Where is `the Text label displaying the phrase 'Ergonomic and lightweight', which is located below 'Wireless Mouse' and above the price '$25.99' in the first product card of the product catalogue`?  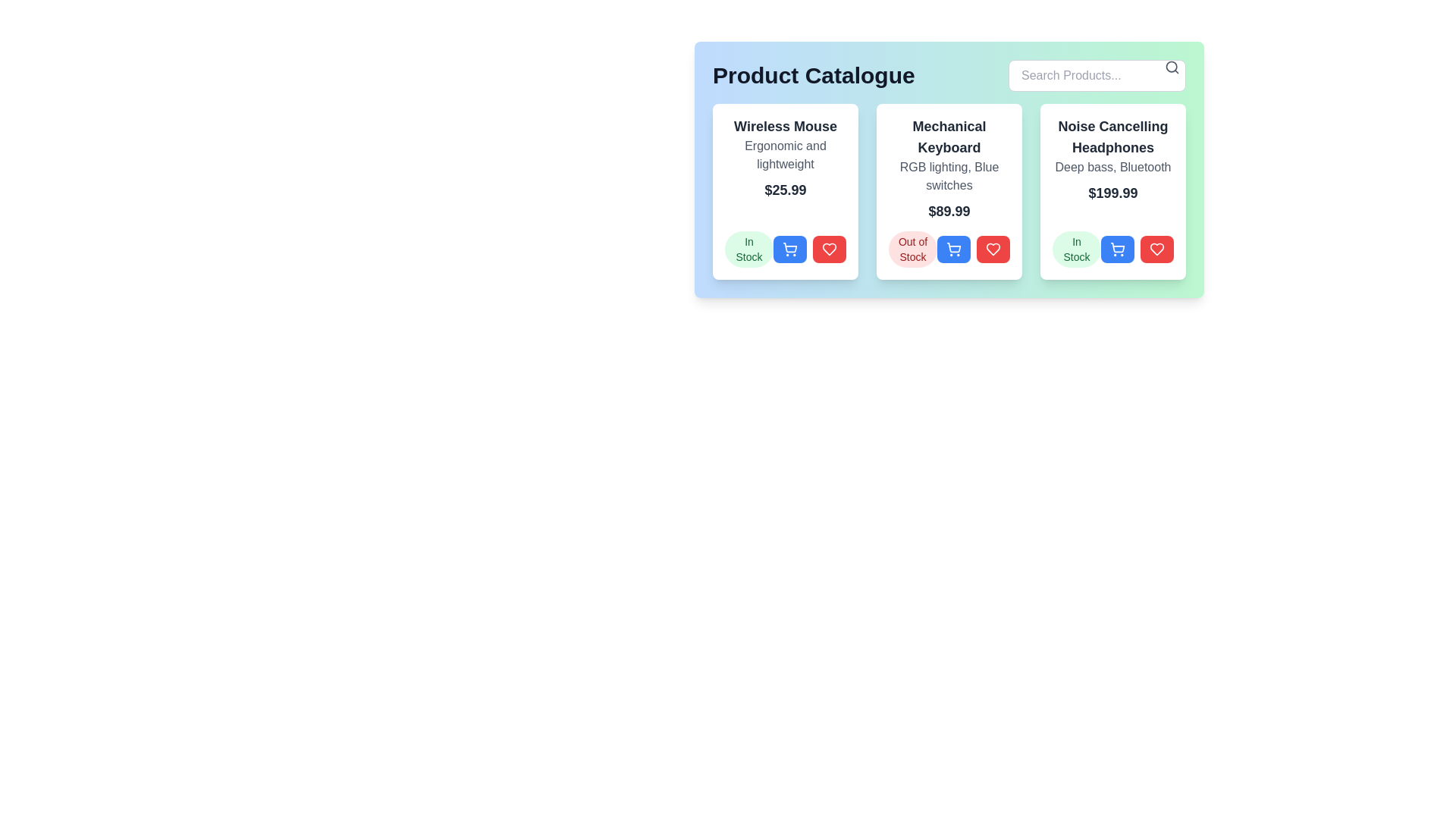
the Text label displaying the phrase 'Ergonomic and lightweight', which is located below 'Wireless Mouse' and above the price '$25.99' in the first product card of the product catalogue is located at coordinates (786, 155).